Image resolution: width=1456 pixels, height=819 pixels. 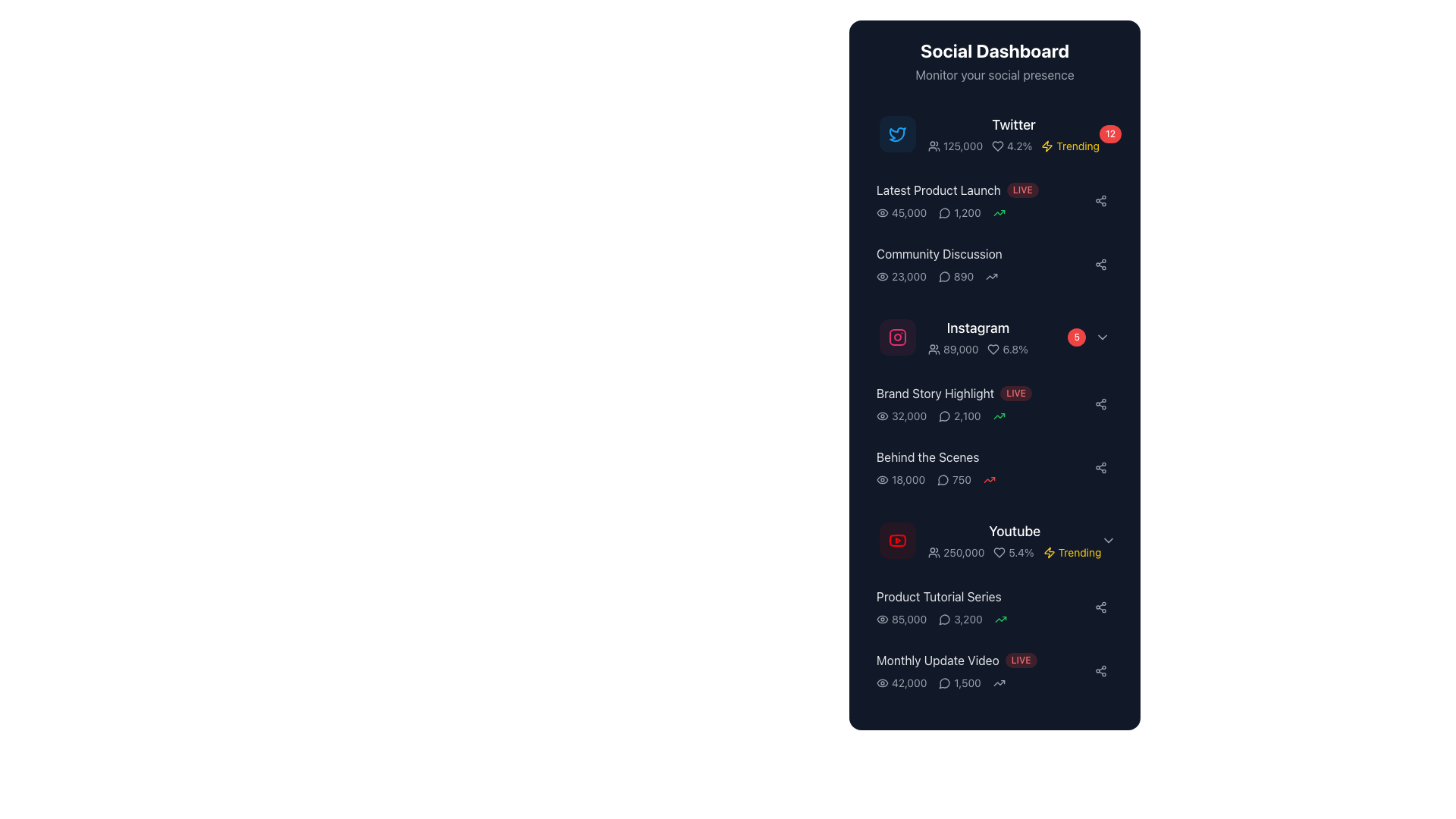 What do you see at coordinates (882, 416) in the screenshot?
I see `the icon representing the view count in the middle-right section of the 'Brand Story Highlight' row on the dashboard` at bounding box center [882, 416].